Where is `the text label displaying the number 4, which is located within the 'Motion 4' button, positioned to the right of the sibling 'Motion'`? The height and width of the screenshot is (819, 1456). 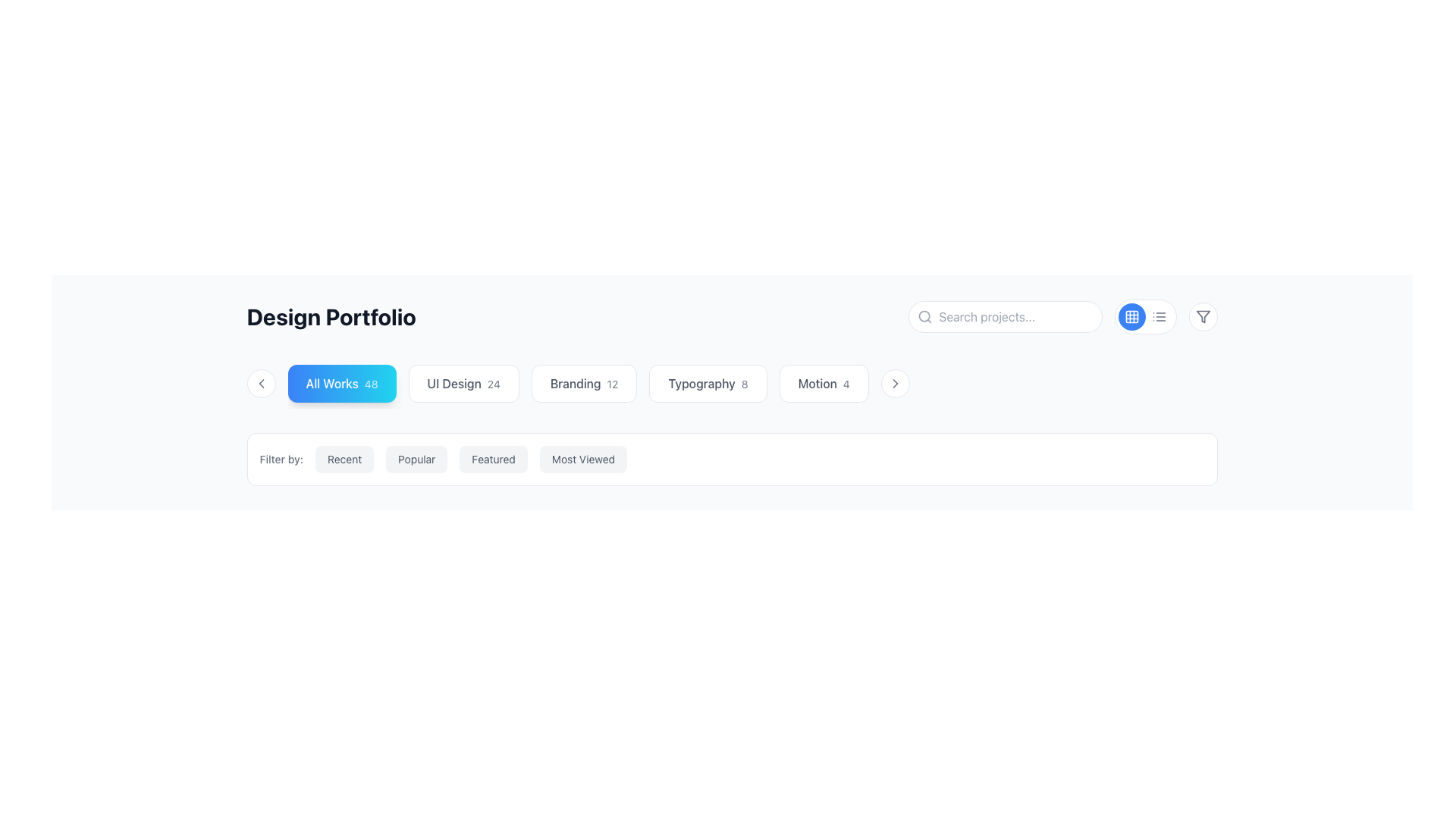
the text label displaying the number 4, which is located within the 'Motion 4' button, positioned to the right of the sibling 'Motion' is located at coordinates (846, 383).